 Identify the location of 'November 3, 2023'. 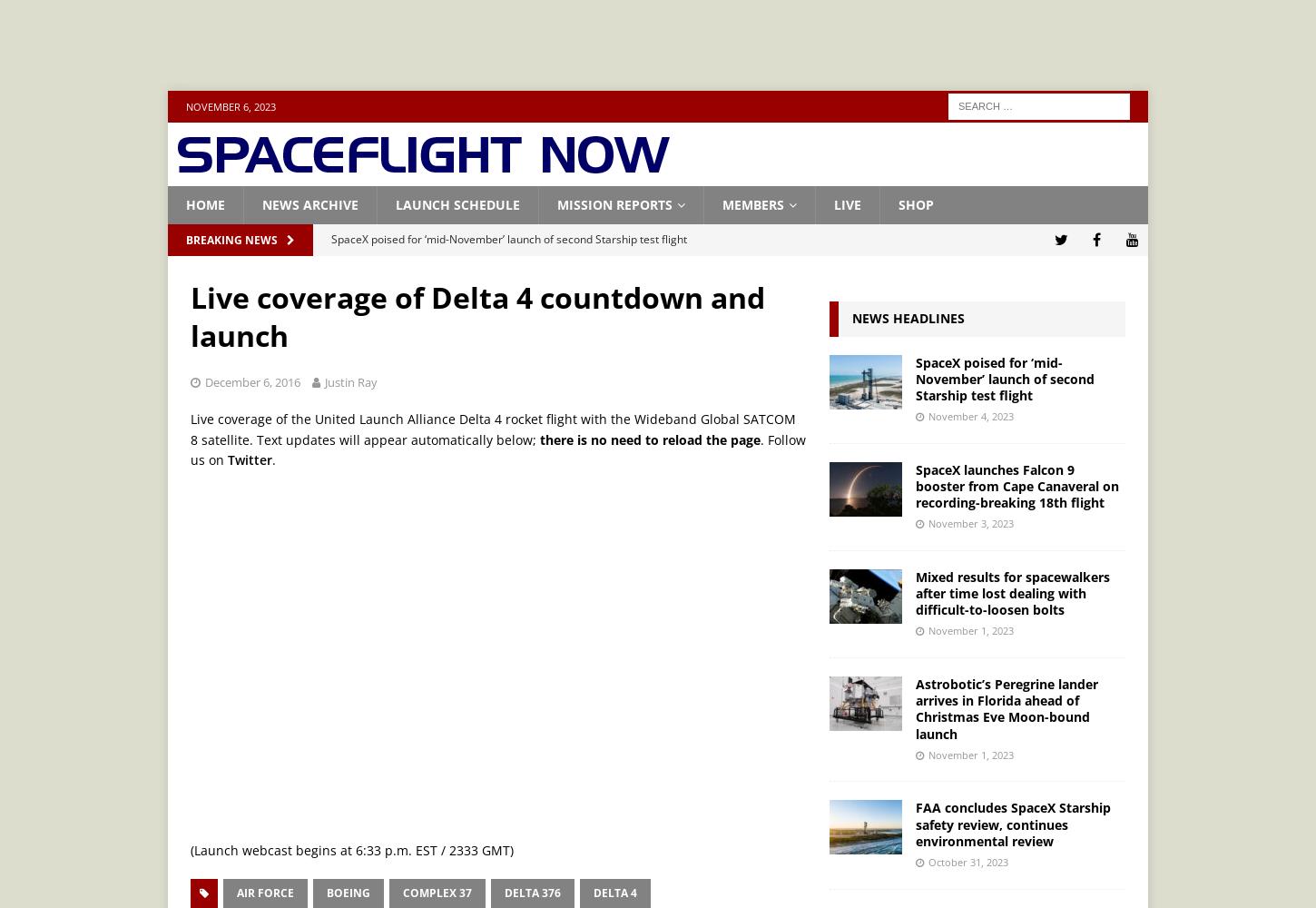
(969, 522).